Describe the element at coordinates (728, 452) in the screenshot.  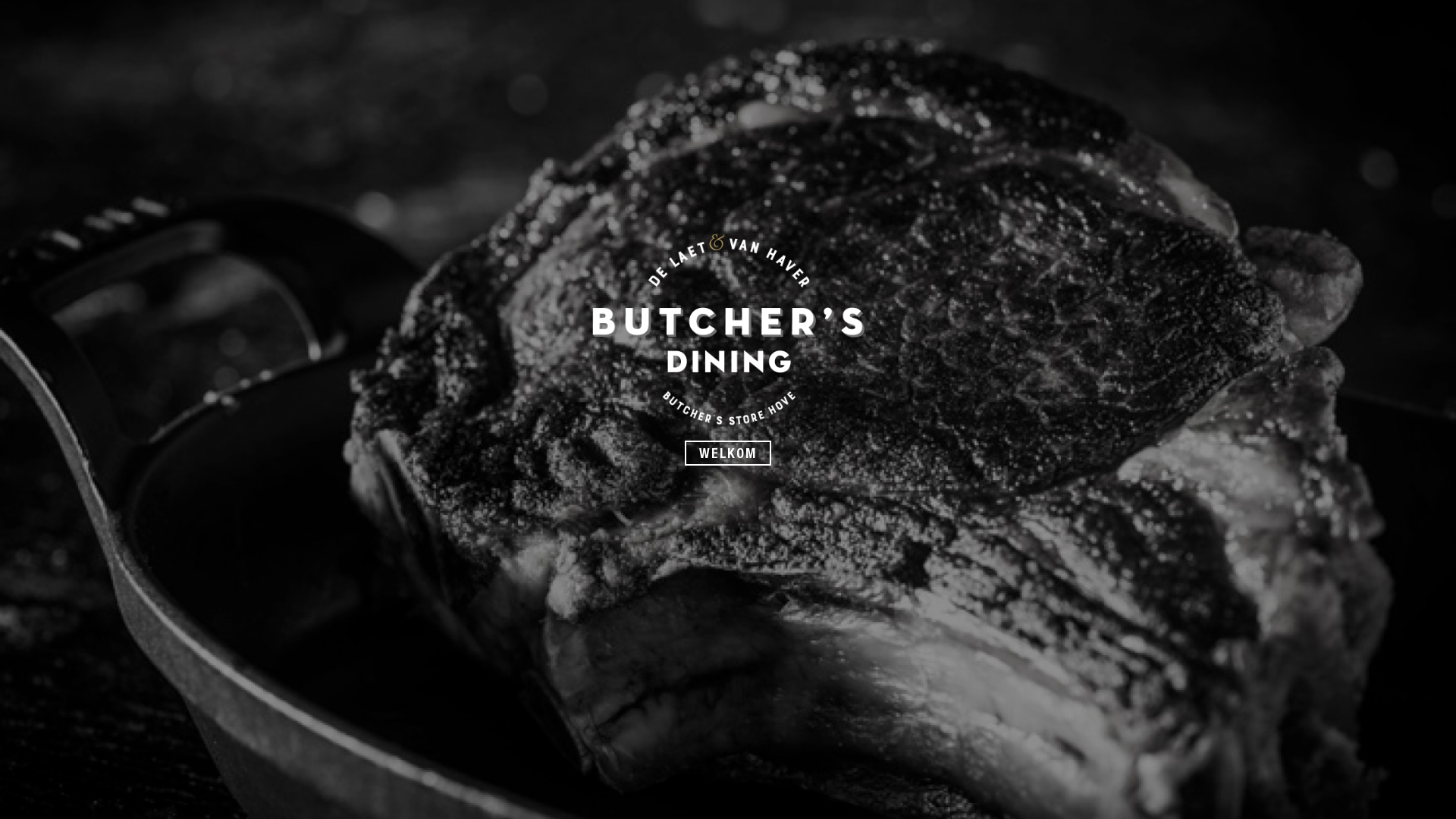
I see `'WELKOM'` at that location.